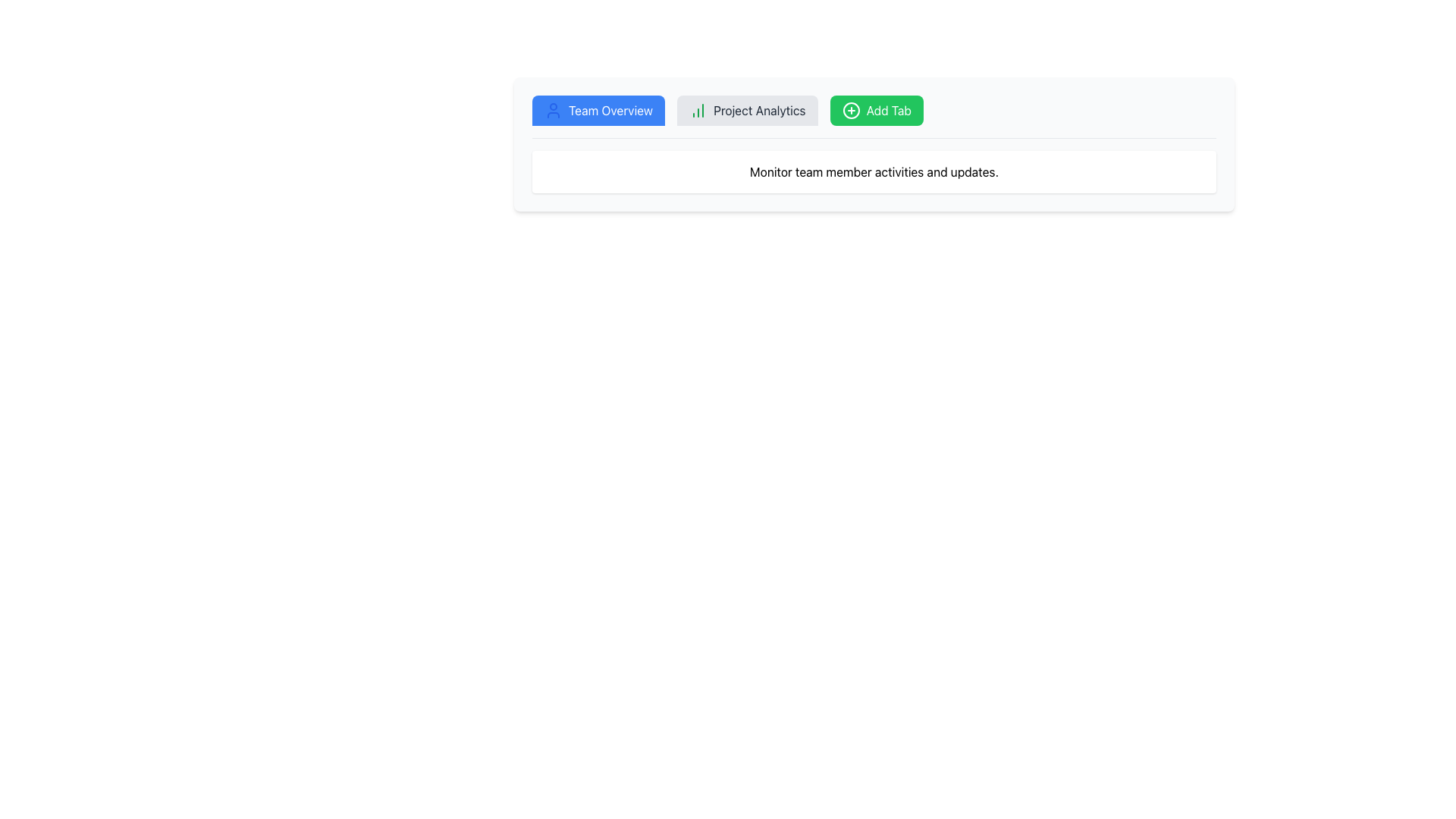 The height and width of the screenshot is (819, 1456). What do you see at coordinates (877, 110) in the screenshot?
I see `the green 'Add Tab' button with rounded corners and white text that includes a 'plus' icon, located at the rightmost position in the top navigation section` at bounding box center [877, 110].